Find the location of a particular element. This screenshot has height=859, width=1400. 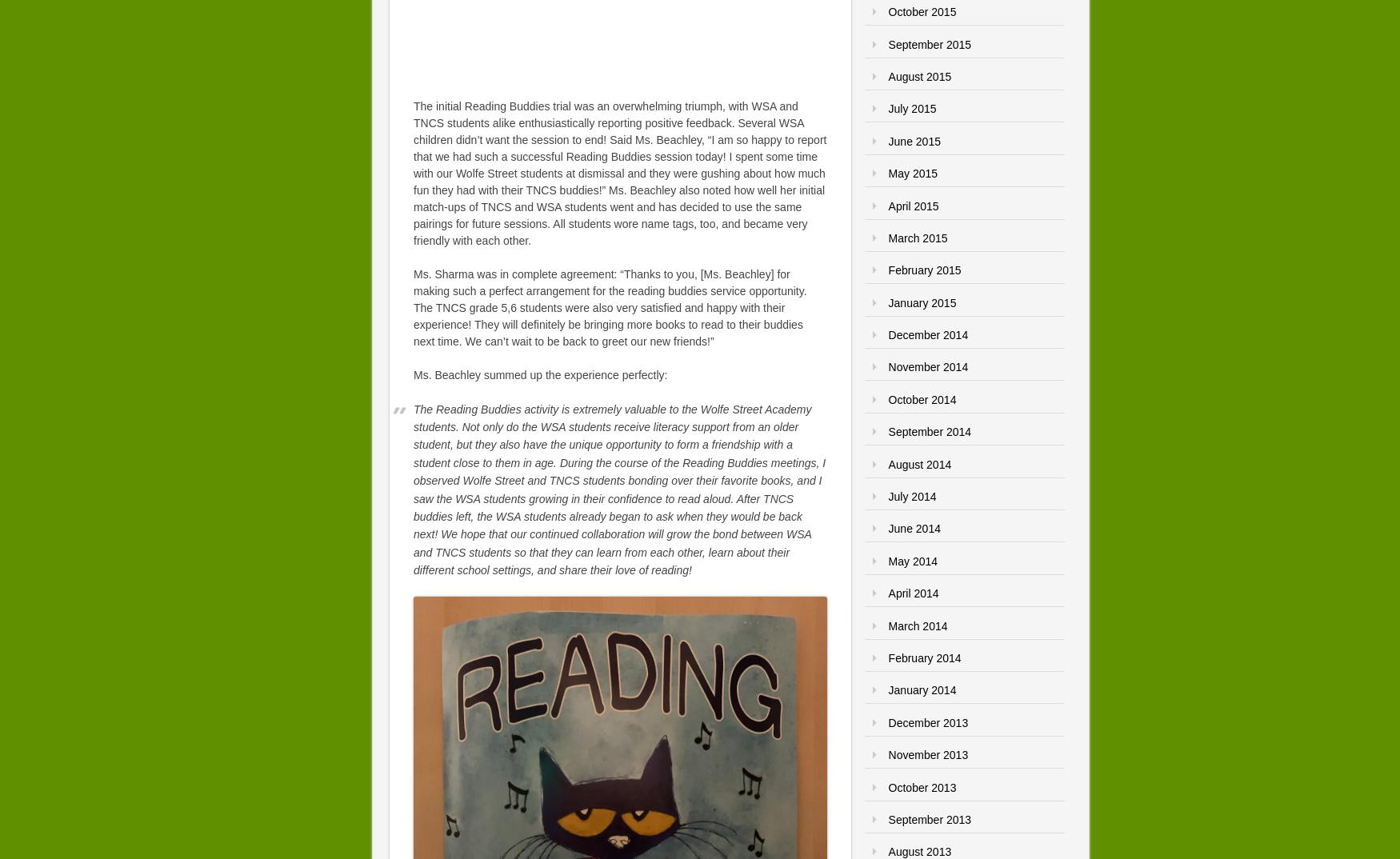

'October 2014' is located at coordinates (921, 398).